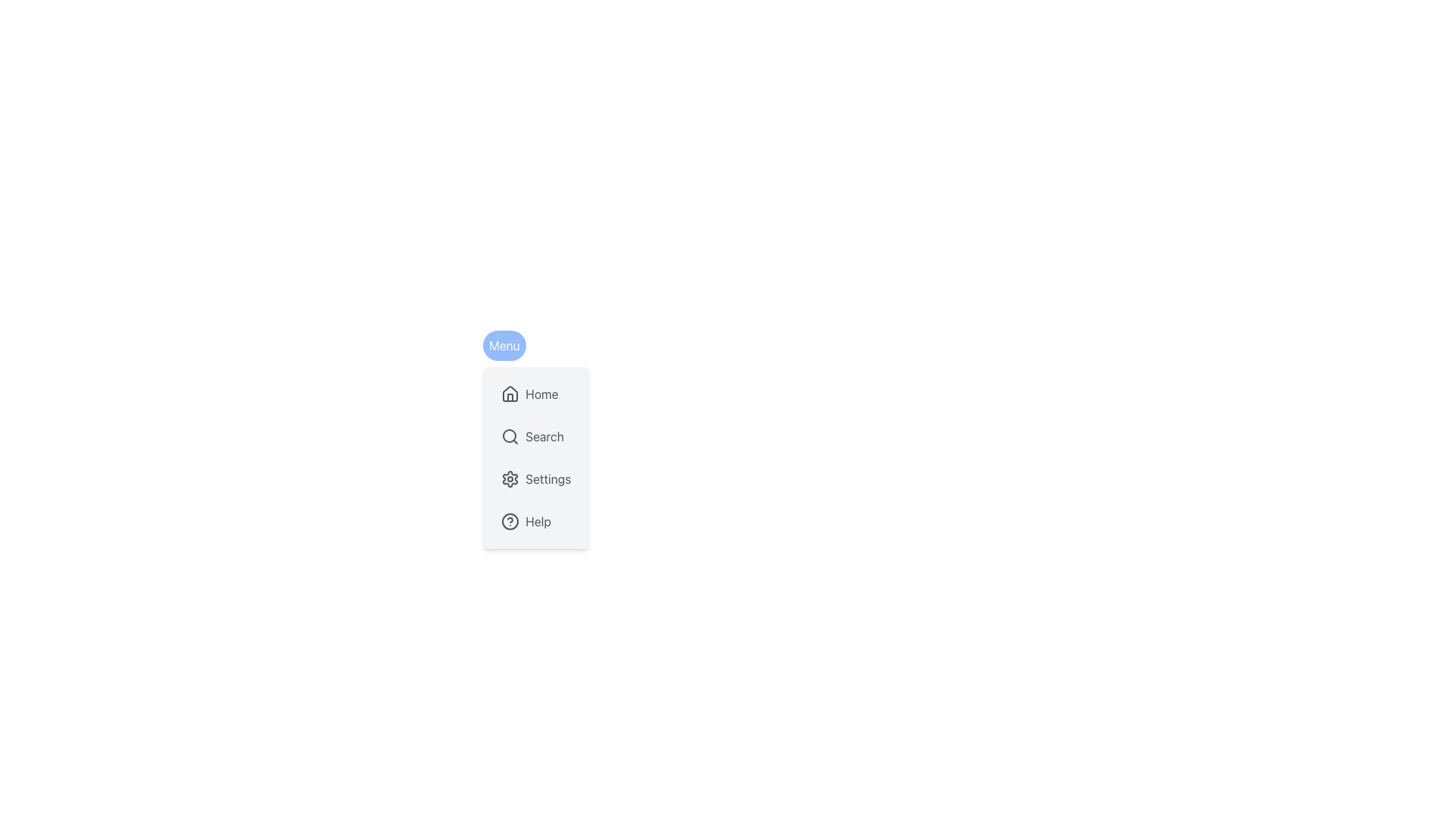  What do you see at coordinates (536, 457) in the screenshot?
I see `the 'Search' option in the Dropdown Menu` at bounding box center [536, 457].